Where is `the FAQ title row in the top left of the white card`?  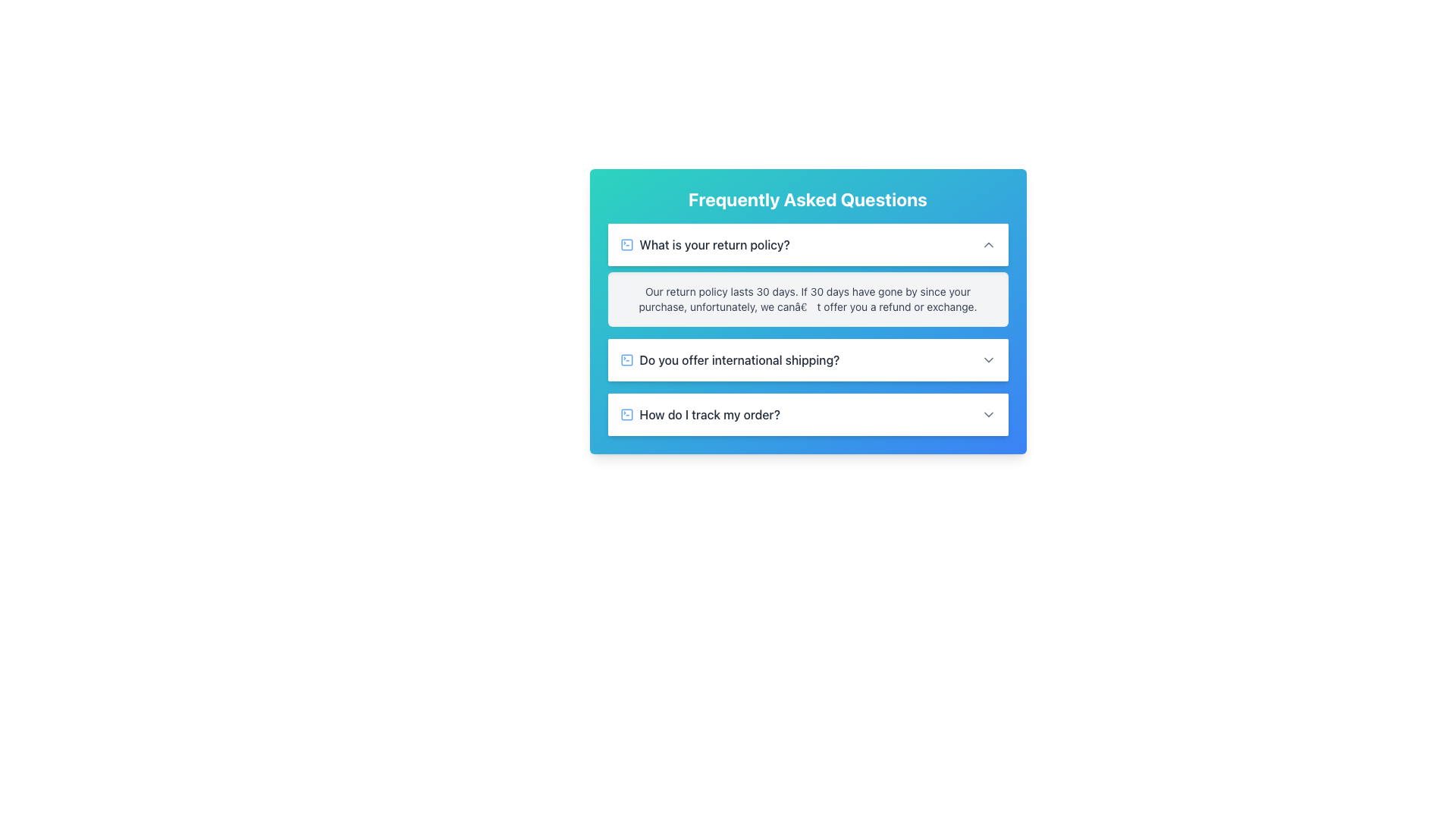
the FAQ title row in the top left of the white card is located at coordinates (704, 244).